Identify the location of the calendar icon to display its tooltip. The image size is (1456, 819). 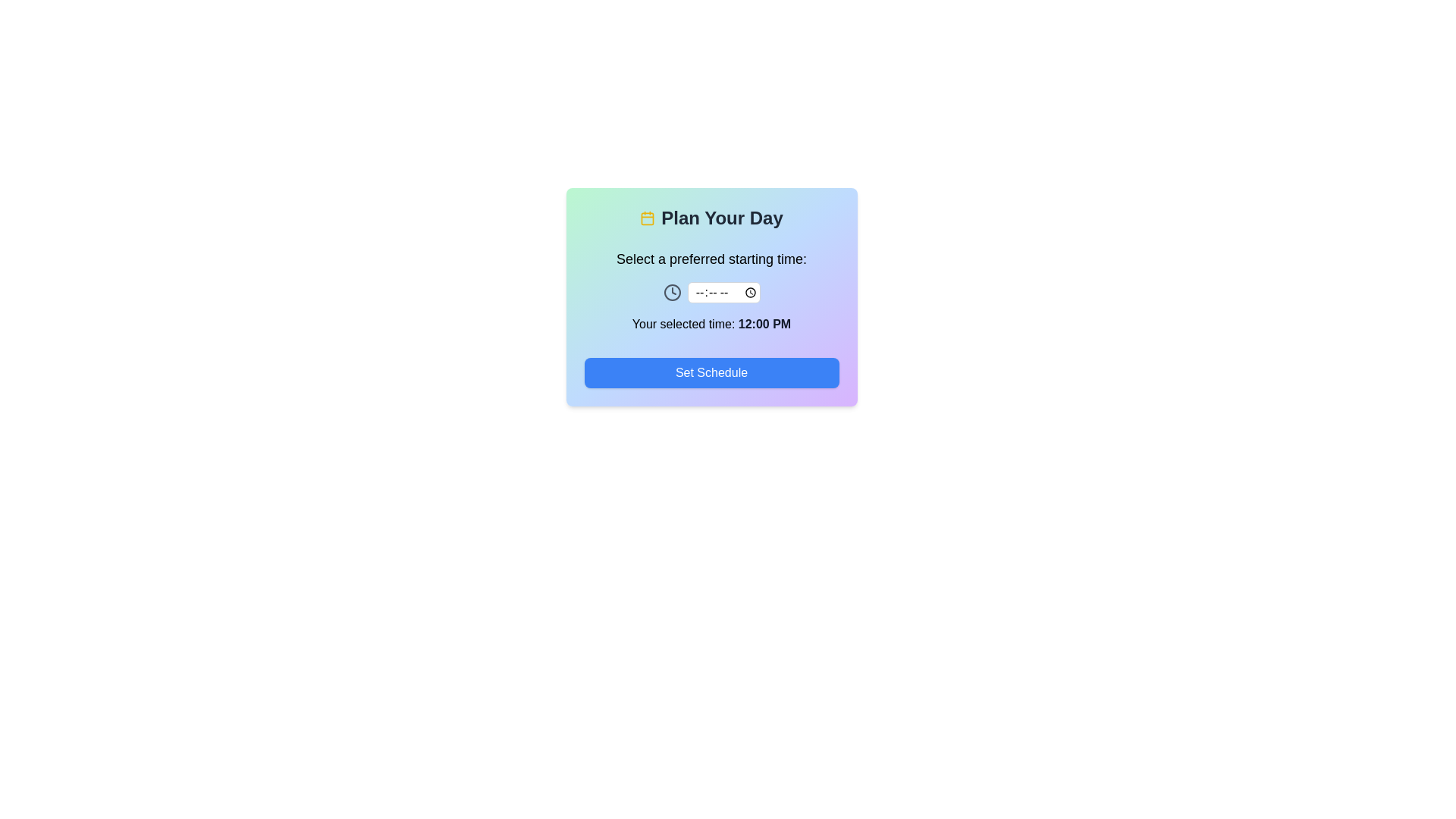
(648, 218).